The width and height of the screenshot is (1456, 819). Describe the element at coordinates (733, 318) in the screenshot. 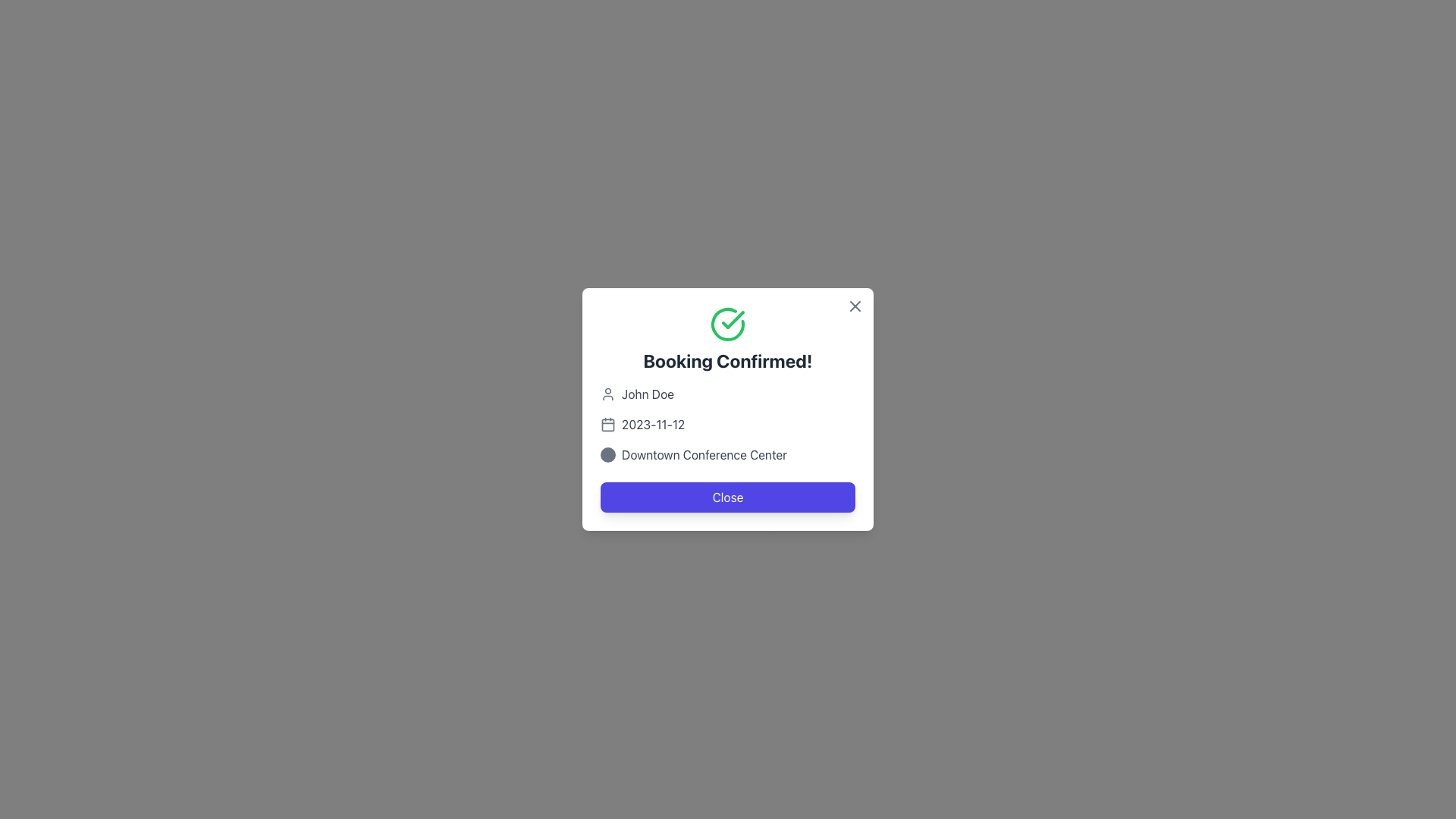

I see `the green checkmark icon located at the top center of the confirmation dialog box` at that location.